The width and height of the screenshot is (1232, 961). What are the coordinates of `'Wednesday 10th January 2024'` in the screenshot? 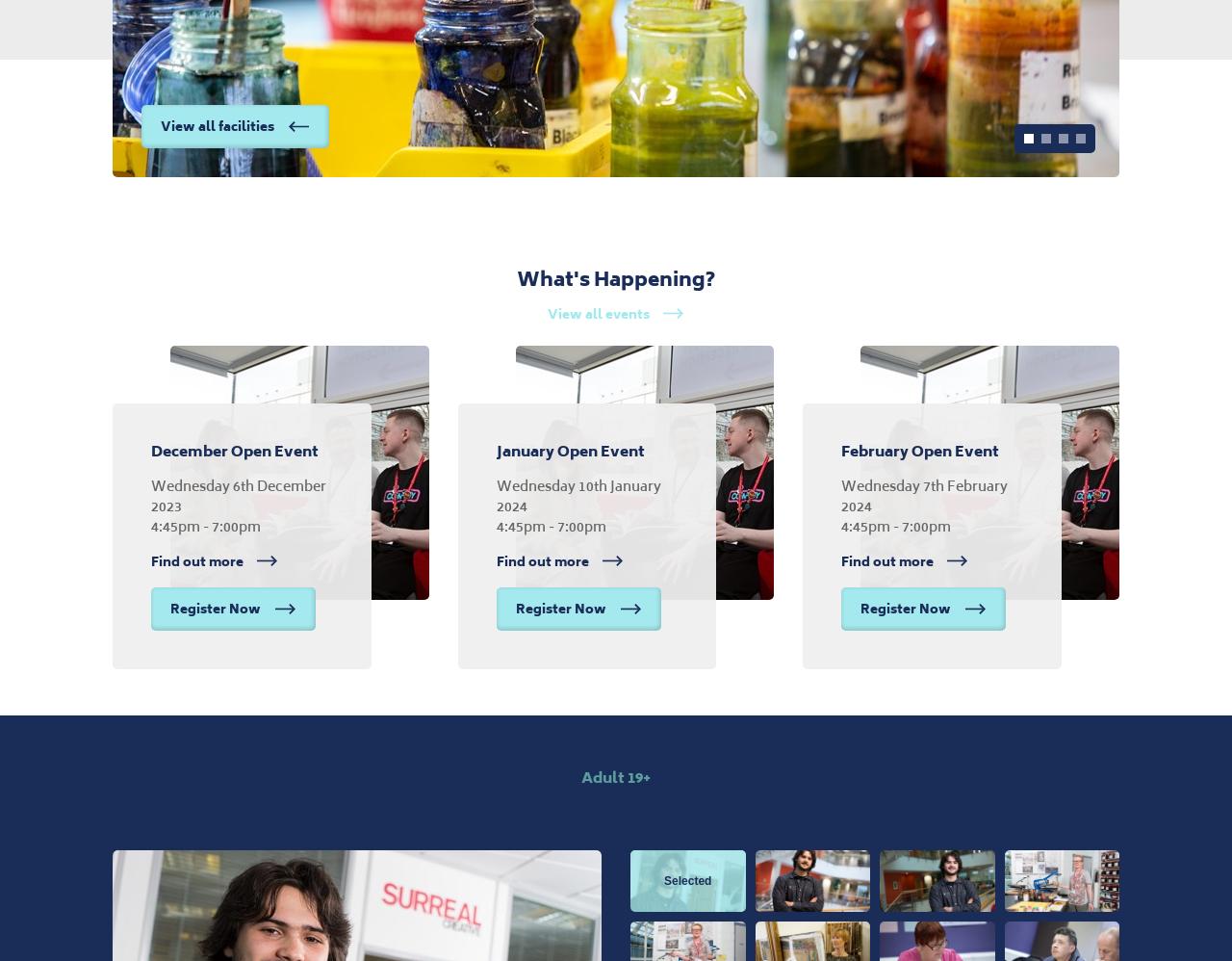 It's located at (577, 494).